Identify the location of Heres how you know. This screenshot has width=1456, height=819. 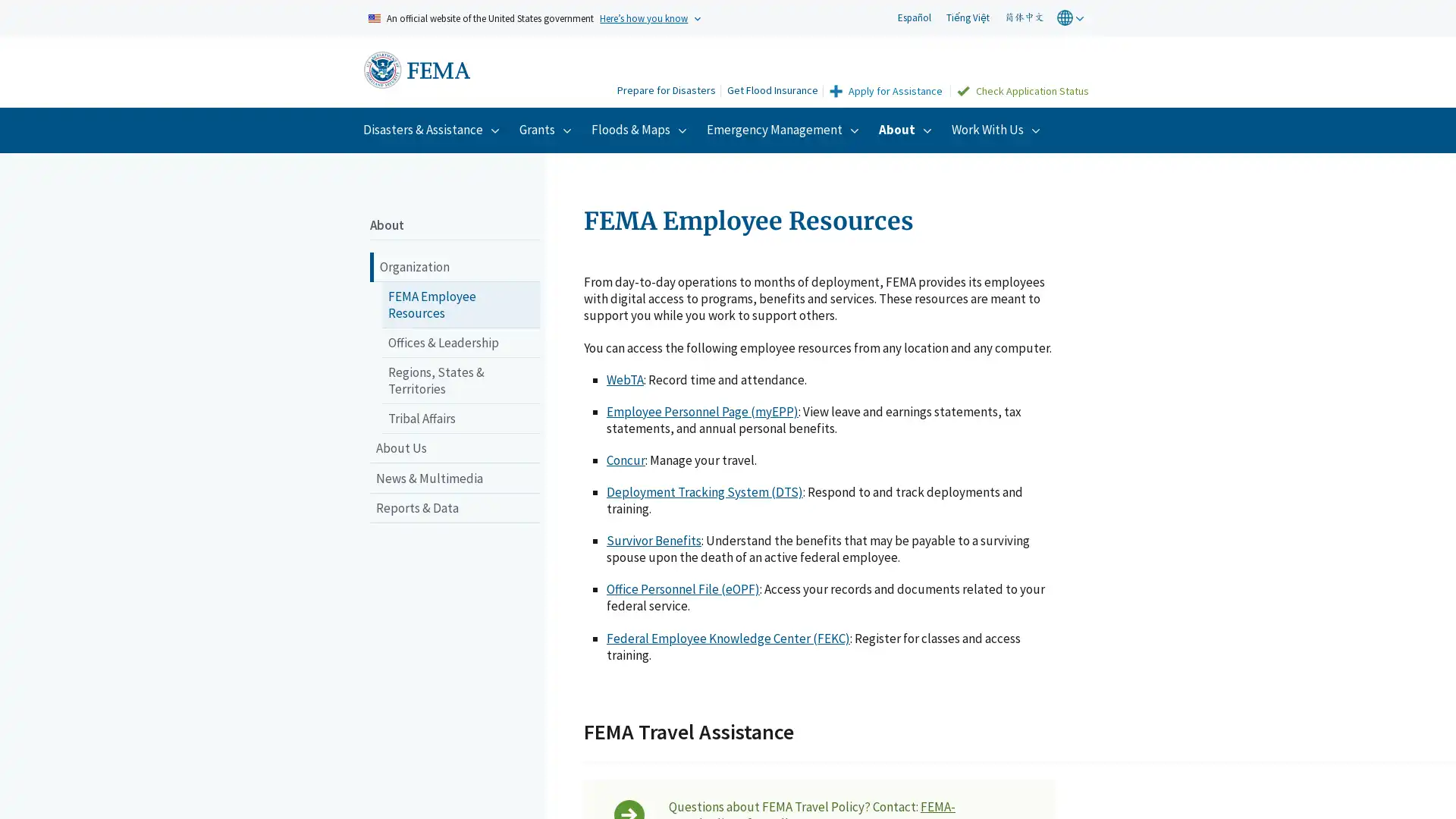
(644, 17).